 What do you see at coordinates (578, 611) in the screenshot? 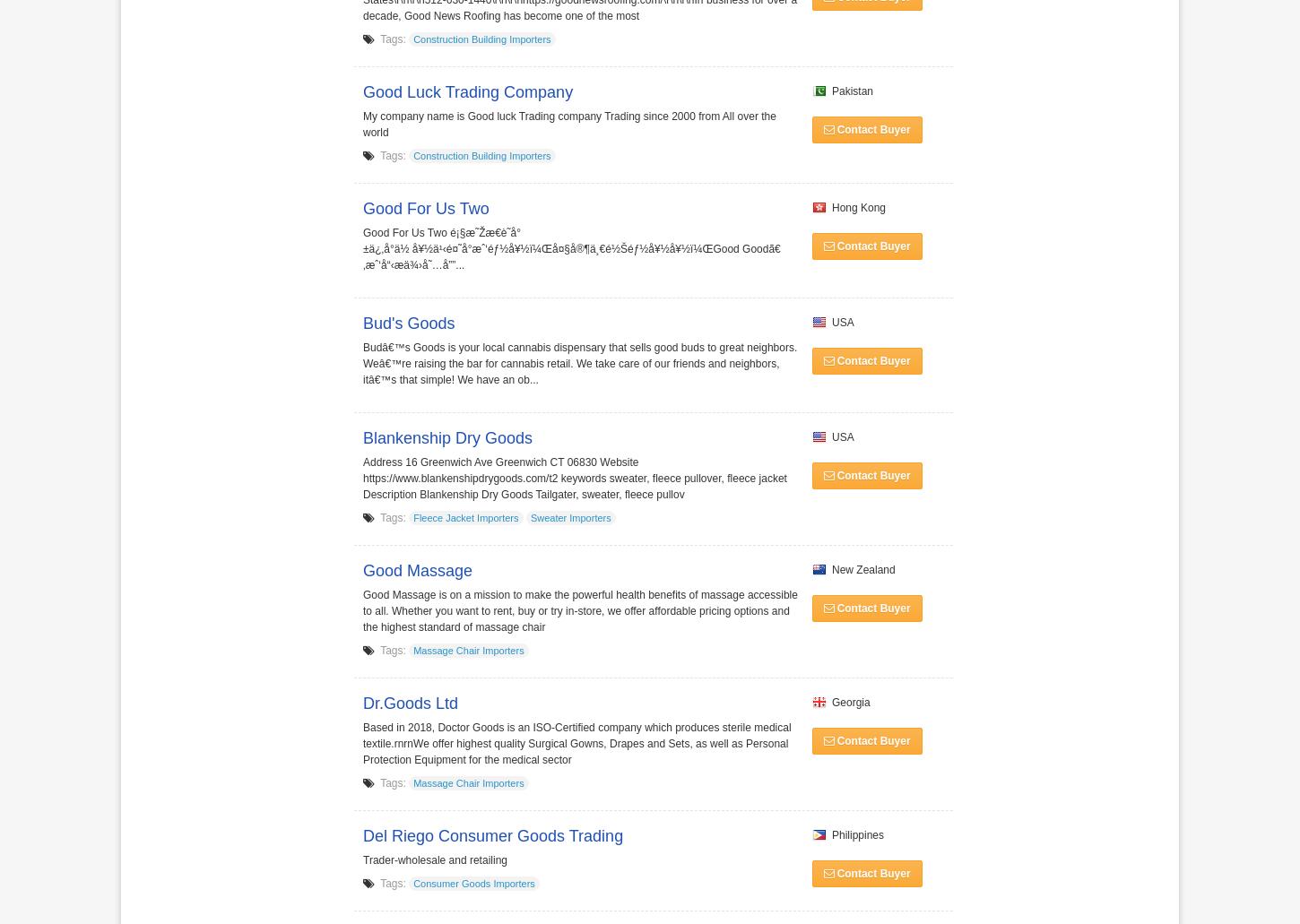
I see `'Good Massage is on a mission to make the powerful health benefits of massage accessible to all. Whether you want to rent, buy or try in-store, we offer affordable pricing options and the highest standard of massage chair'` at bounding box center [578, 611].